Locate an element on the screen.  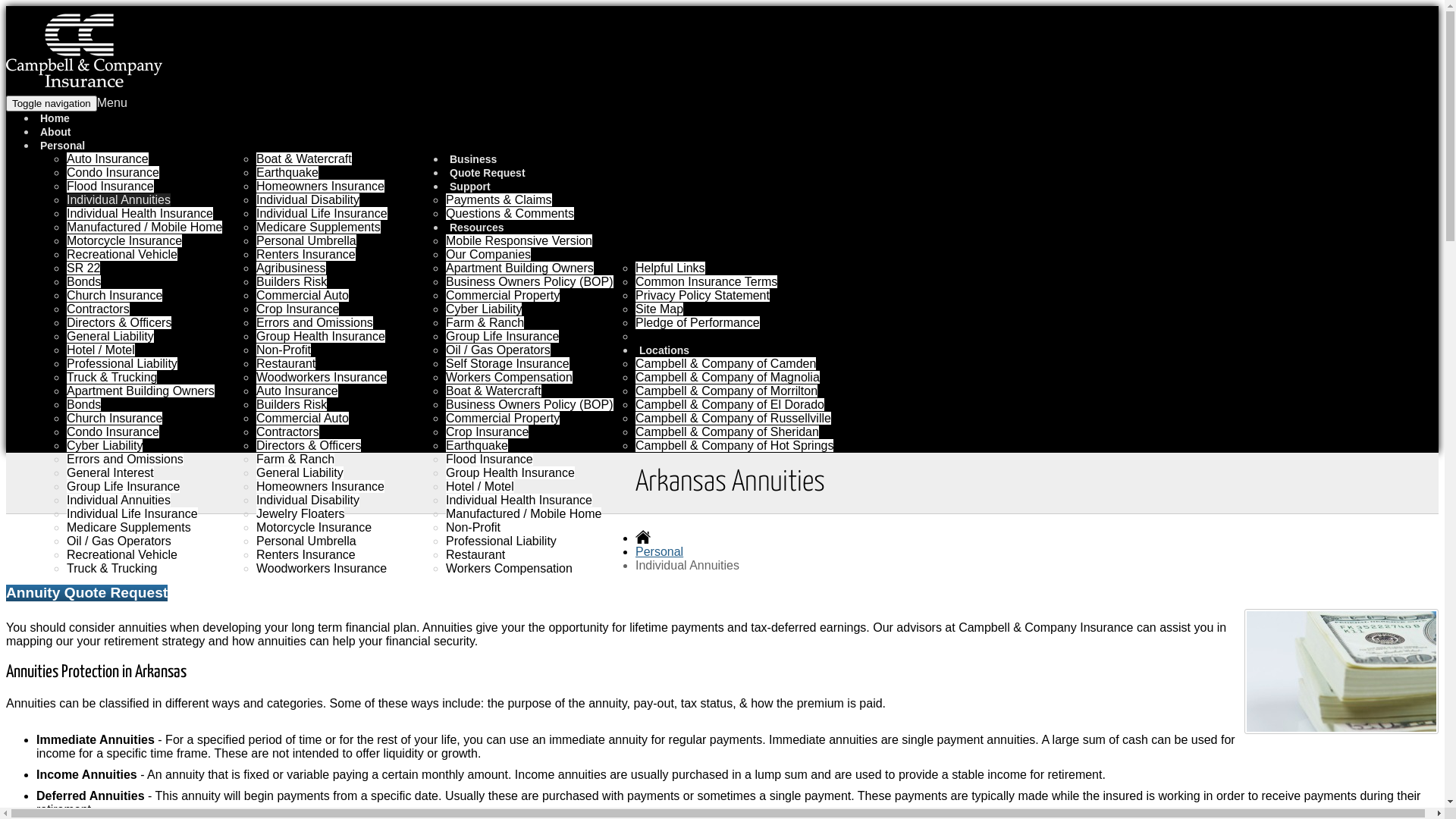
'Toggle navigation' is located at coordinates (51, 102).